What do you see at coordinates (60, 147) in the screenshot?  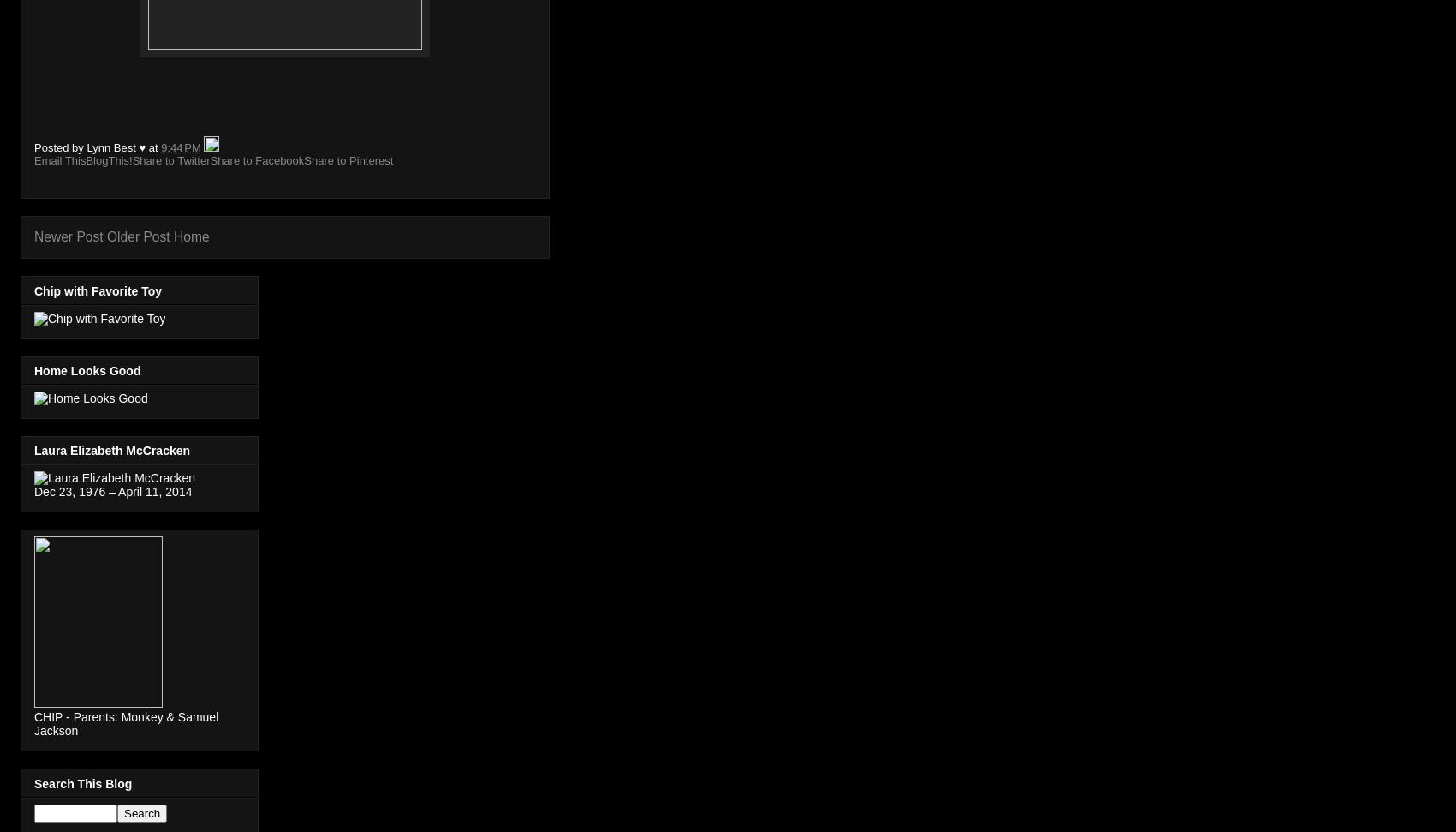 I see `'Posted by'` at bounding box center [60, 147].